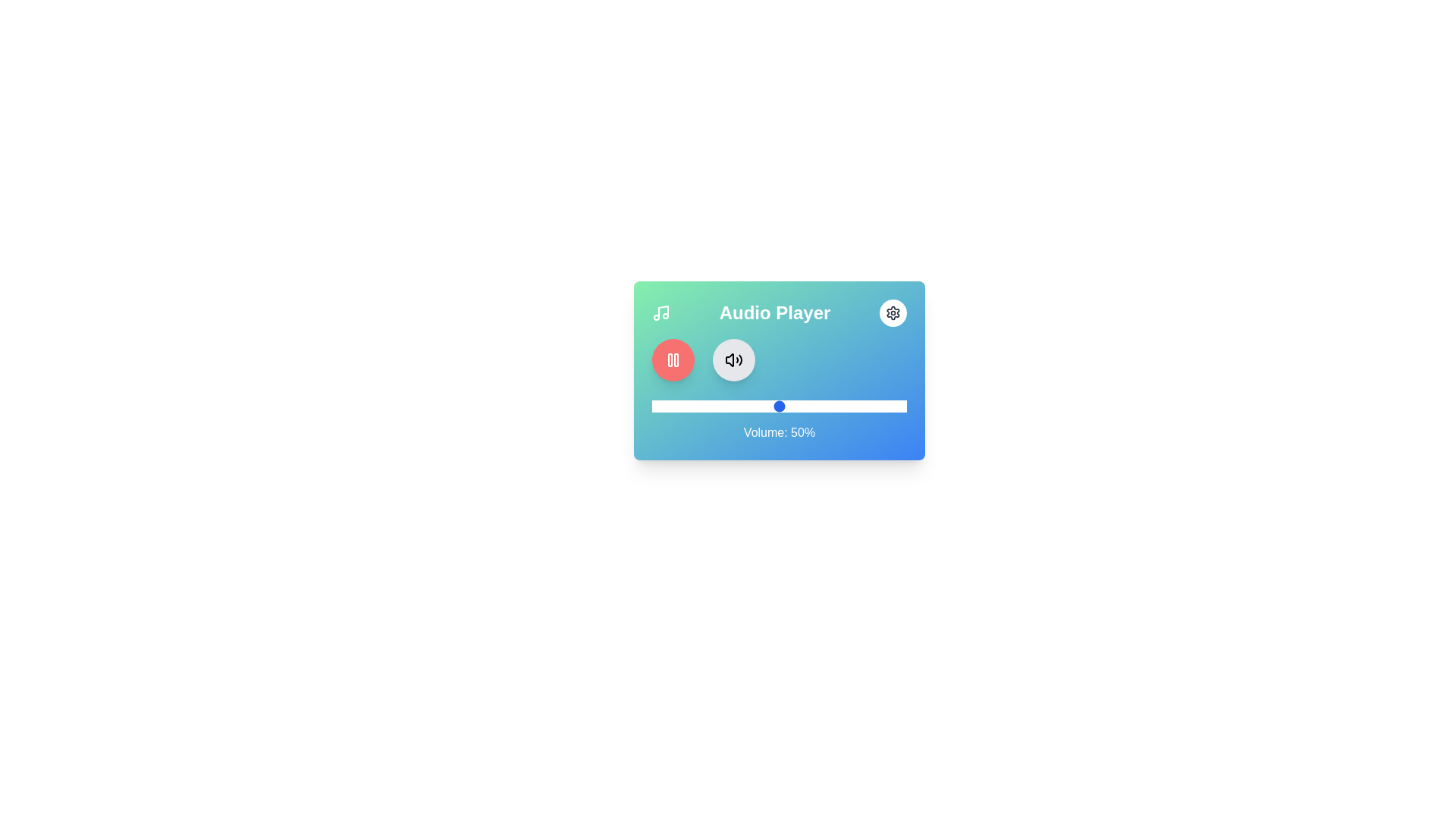 This screenshot has height=819, width=1456. I want to click on the settings button located at the top-right corner of the 'Audio Player' interface, so click(893, 312).